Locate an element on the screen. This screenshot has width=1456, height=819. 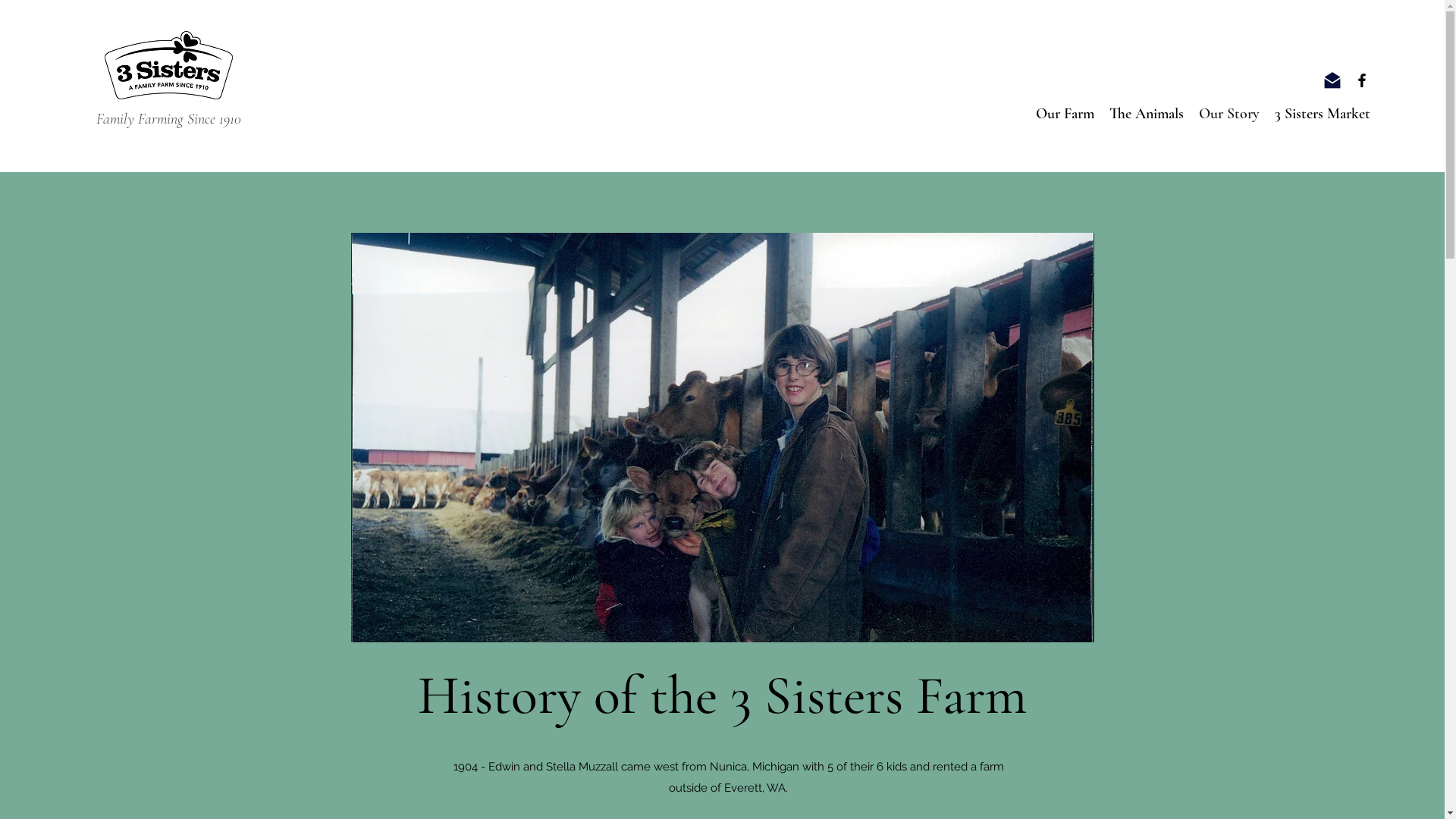
'Our Story' is located at coordinates (1229, 113).